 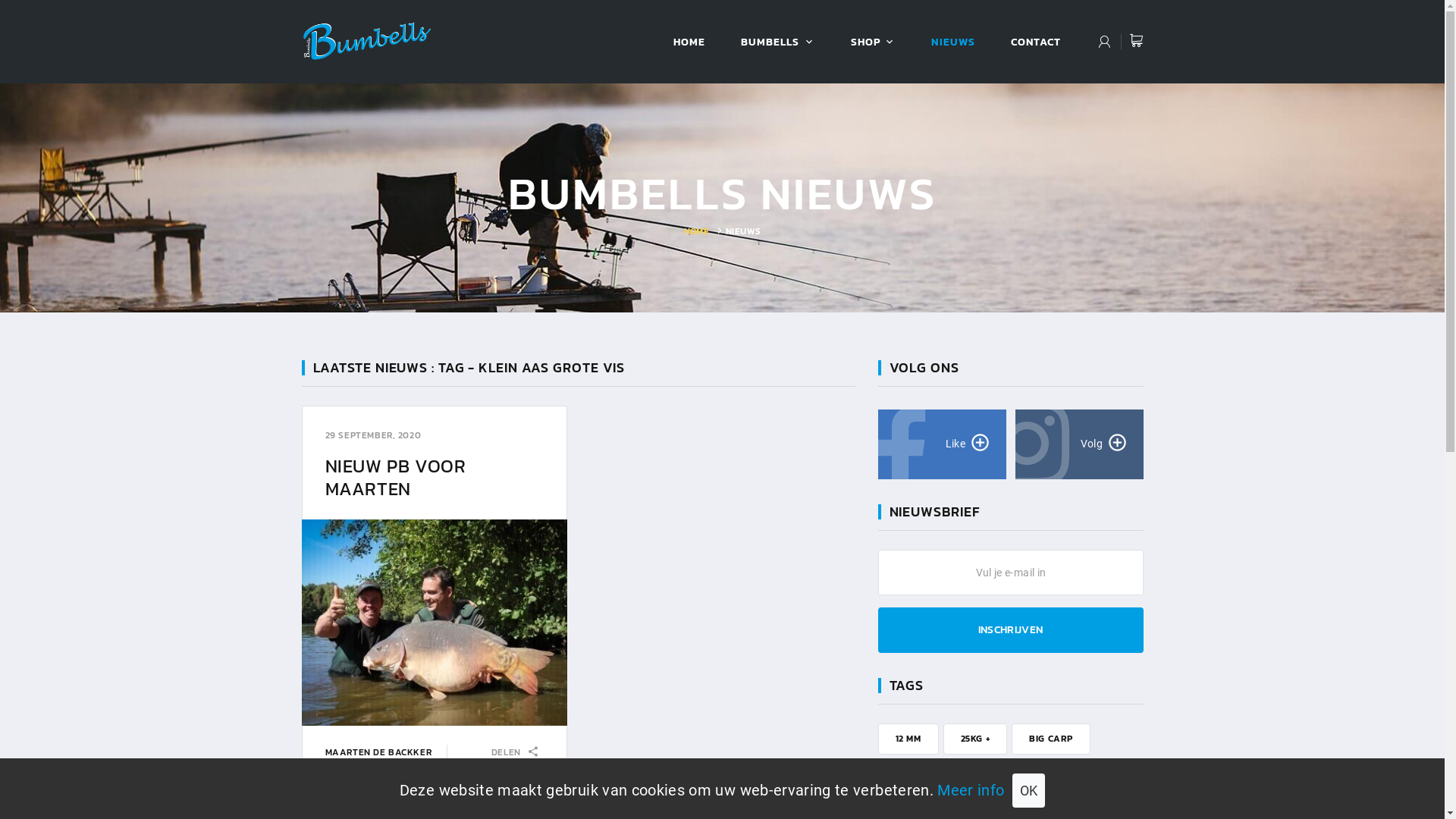 I want to click on 'SHOP', so click(x=865, y=42).